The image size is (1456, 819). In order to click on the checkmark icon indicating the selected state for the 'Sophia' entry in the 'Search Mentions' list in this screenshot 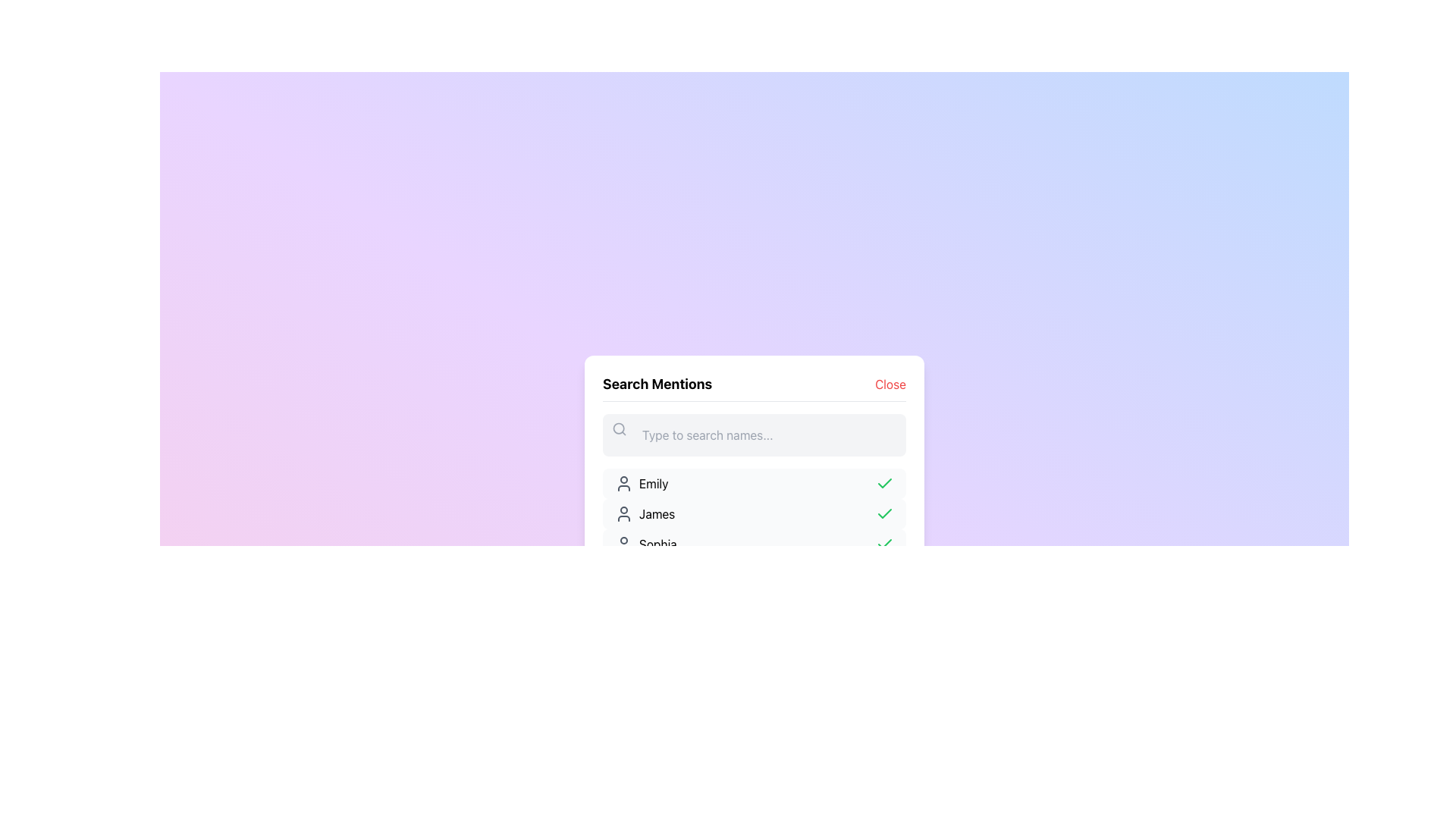, I will do `click(884, 543)`.